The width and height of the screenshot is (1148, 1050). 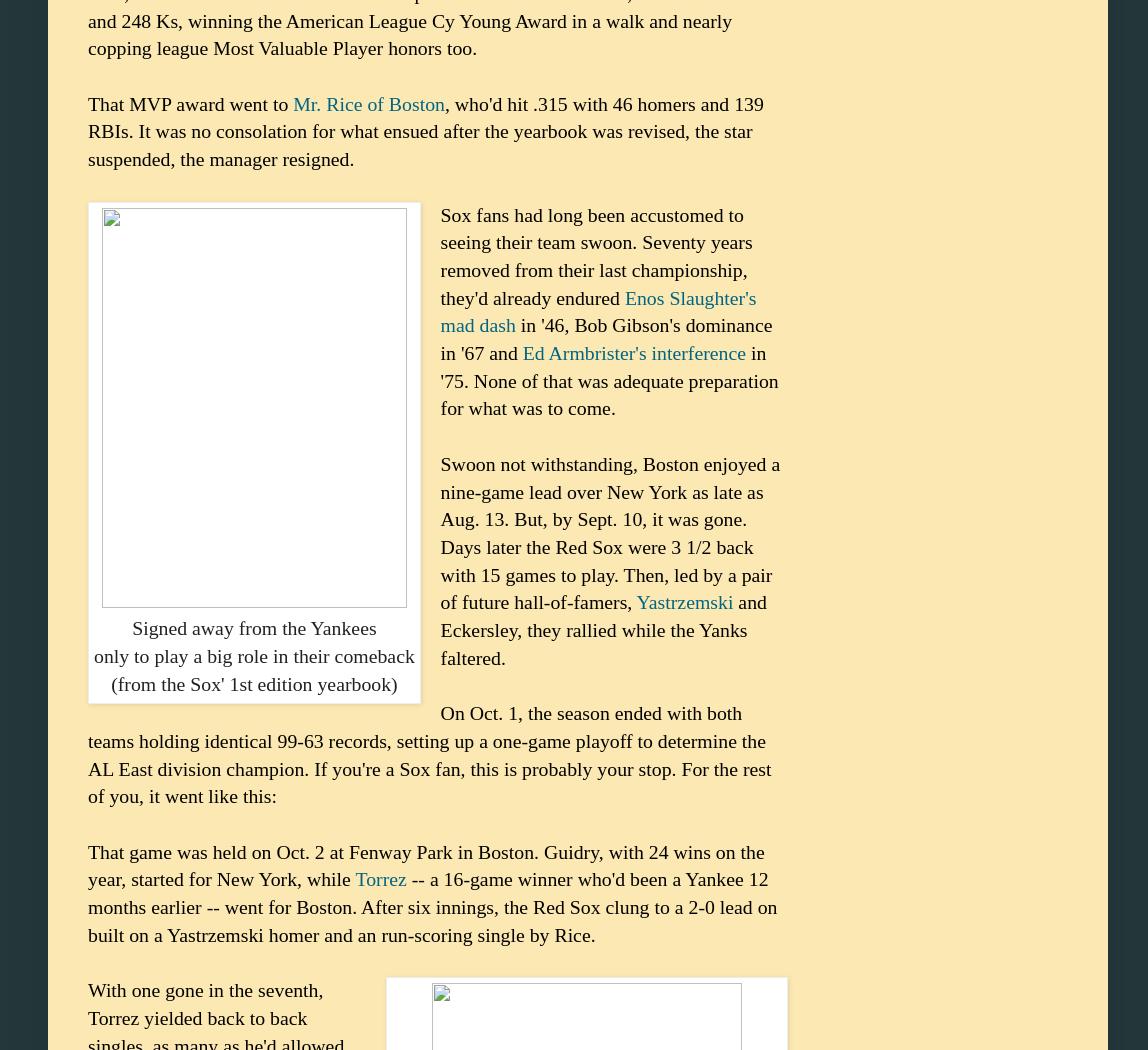 I want to click on 'Enos Slaughter's mad dash', so click(x=597, y=311).